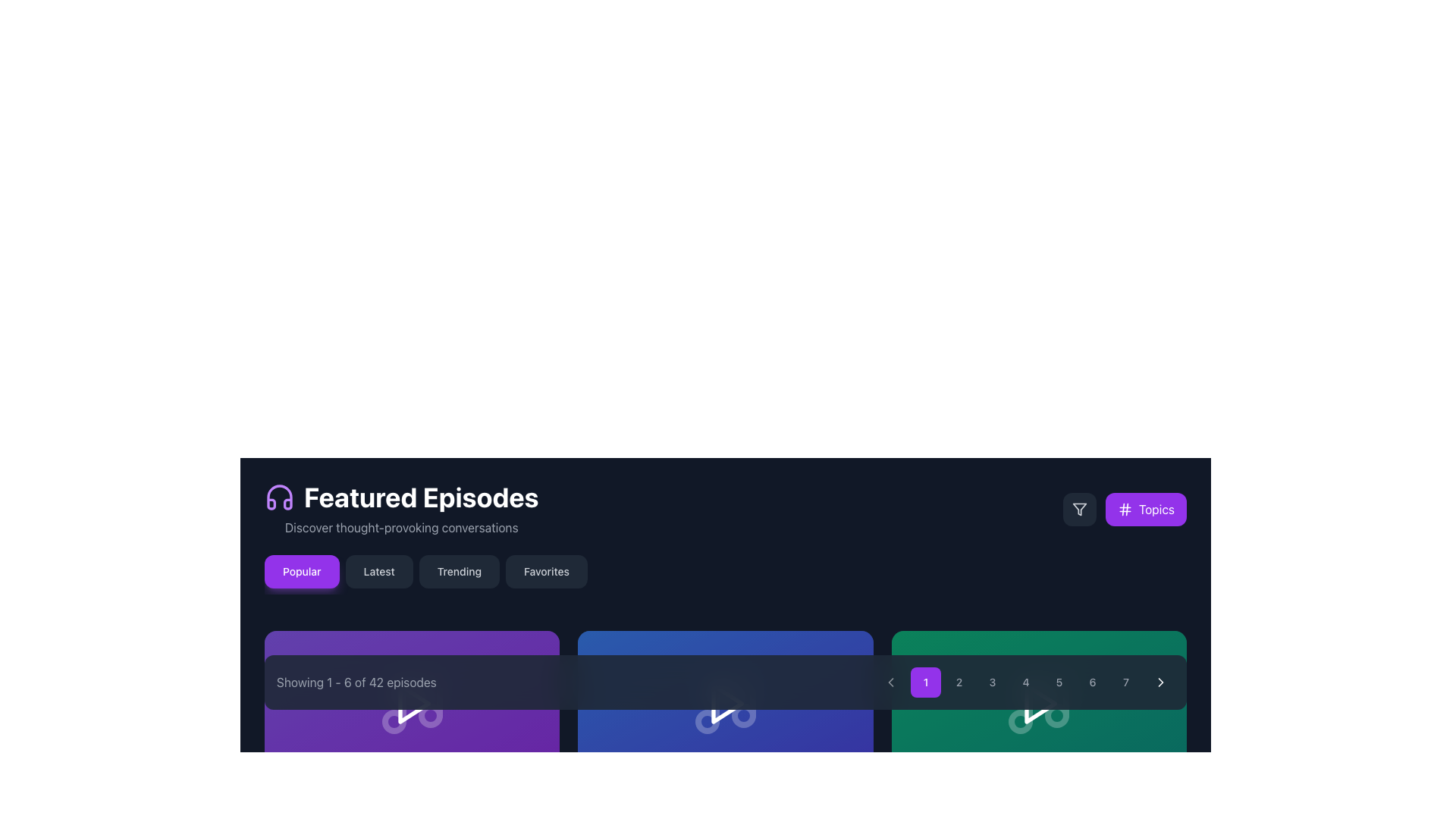 The image size is (1456, 819). I want to click on the filter icon located in the top-right corner of the interface, so click(1078, 509).